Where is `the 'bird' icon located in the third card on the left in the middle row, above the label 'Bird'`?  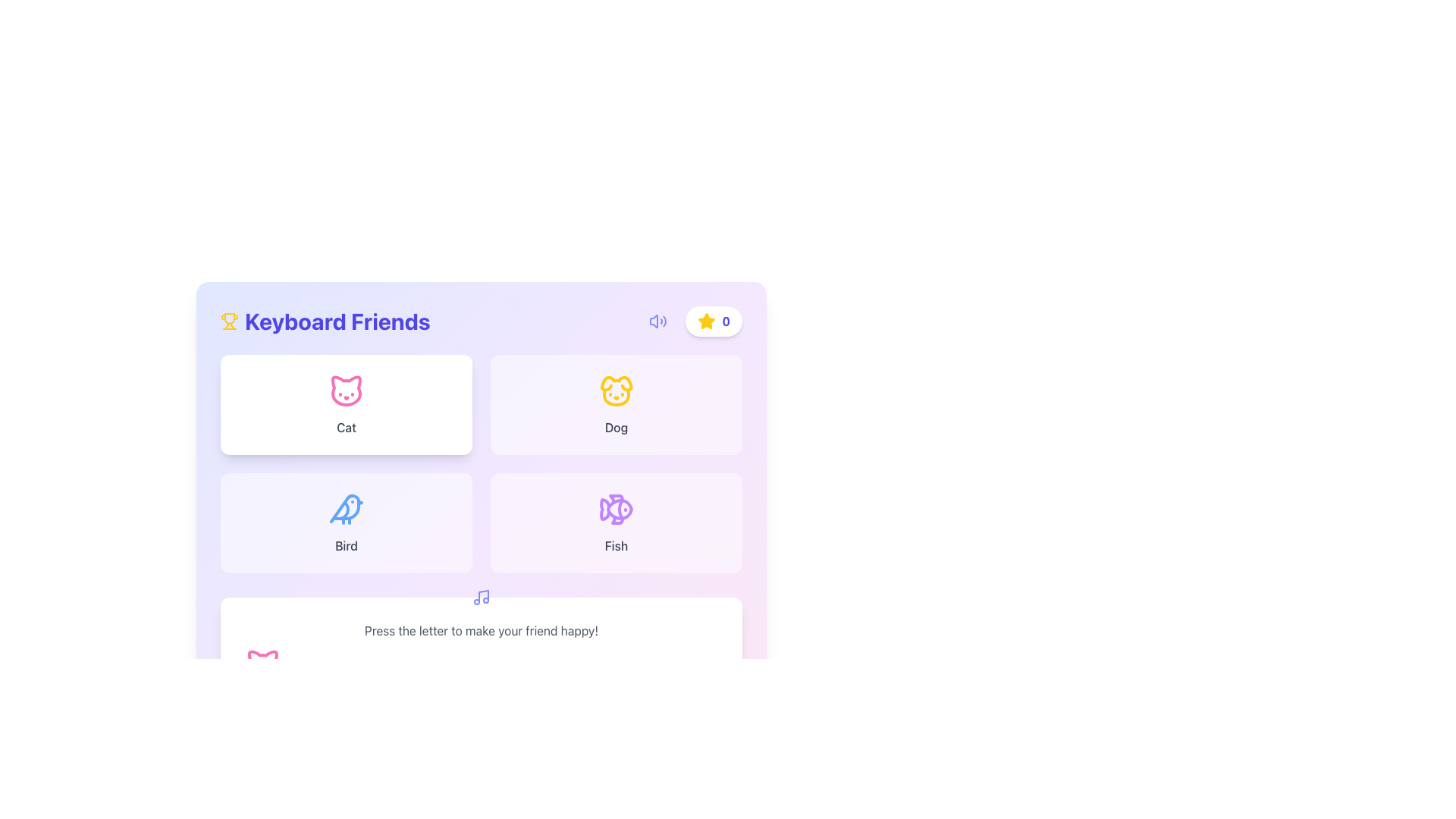 the 'bird' icon located in the third card on the left in the middle row, above the label 'Bird' is located at coordinates (345, 509).